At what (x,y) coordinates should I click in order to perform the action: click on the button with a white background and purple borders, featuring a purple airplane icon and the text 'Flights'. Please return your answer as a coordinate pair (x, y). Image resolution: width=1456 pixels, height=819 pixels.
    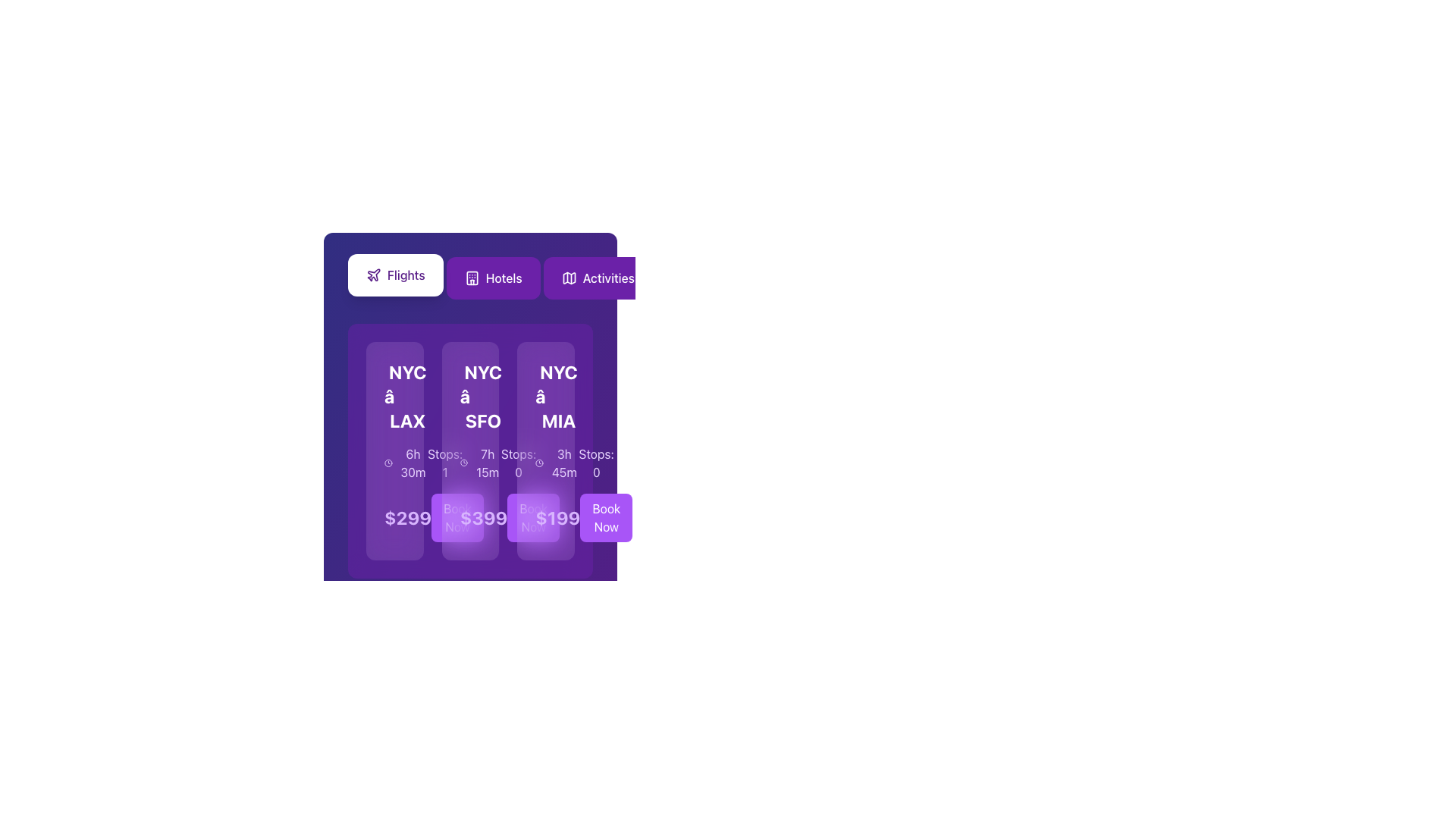
    Looking at the image, I should click on (395, 275).